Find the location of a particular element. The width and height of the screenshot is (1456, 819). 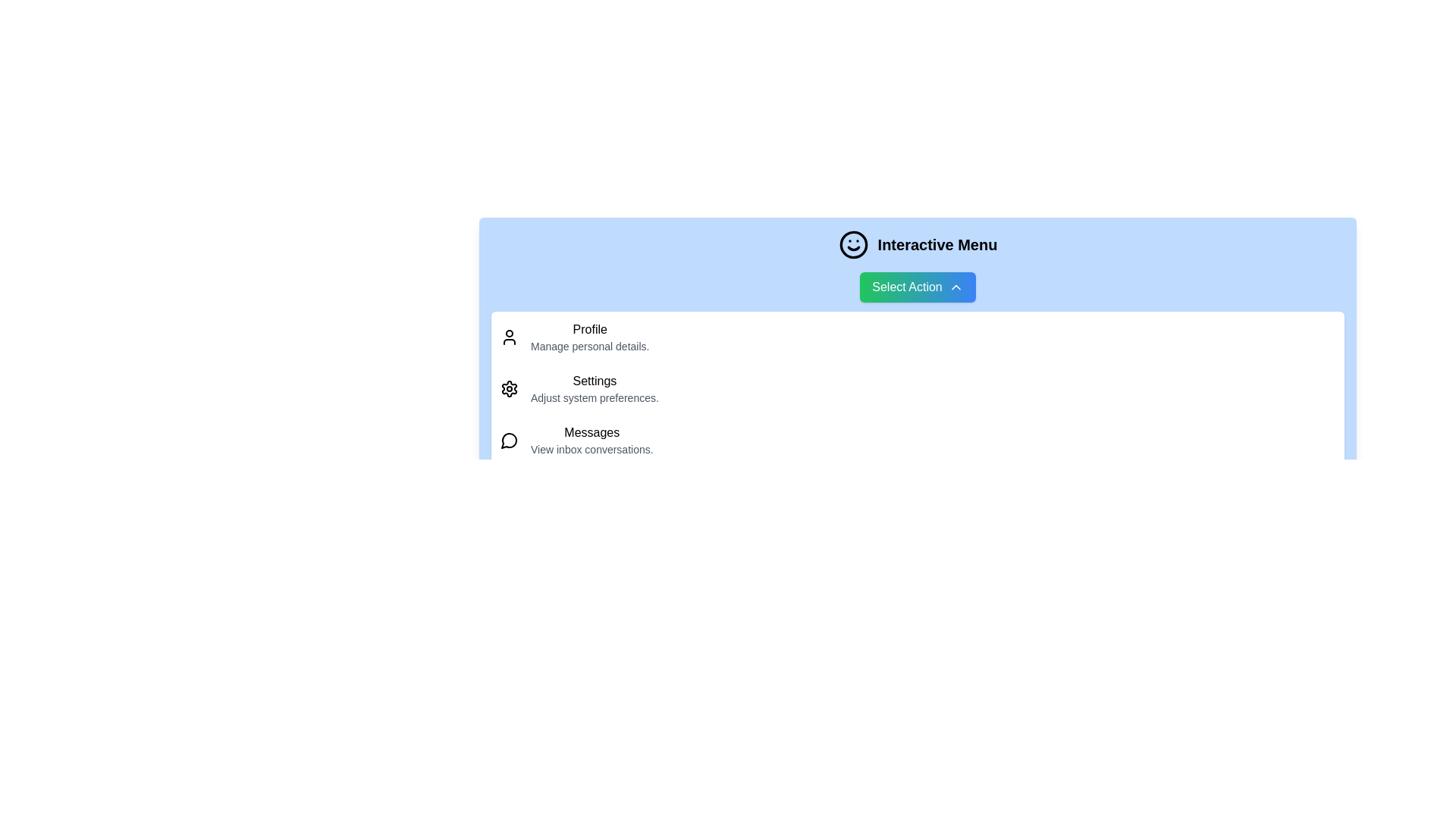

the icon corresponding to Settings to interact with it is located at coordinates (510, 388).